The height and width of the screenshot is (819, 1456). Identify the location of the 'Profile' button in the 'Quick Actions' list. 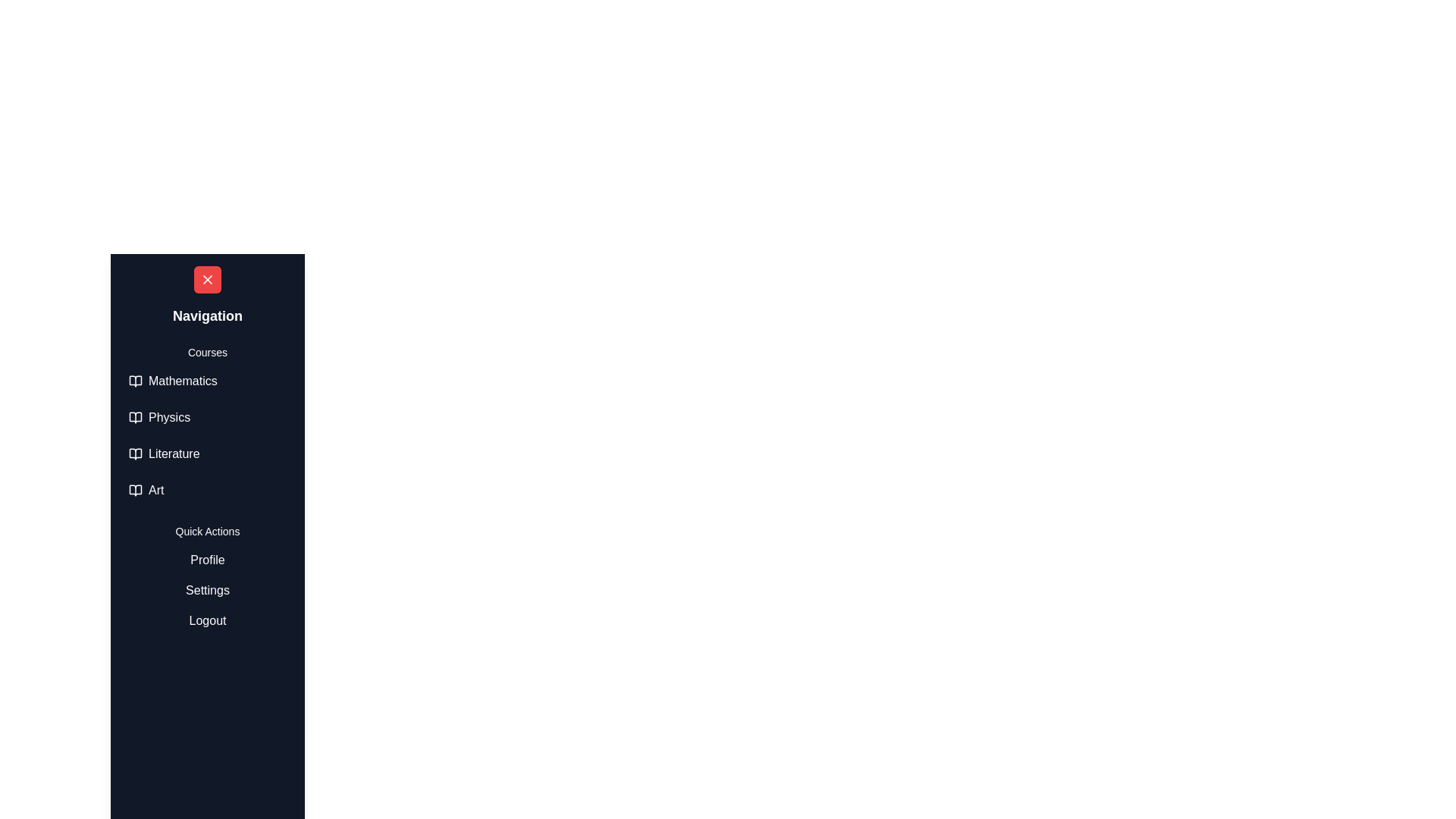
(206, 560).